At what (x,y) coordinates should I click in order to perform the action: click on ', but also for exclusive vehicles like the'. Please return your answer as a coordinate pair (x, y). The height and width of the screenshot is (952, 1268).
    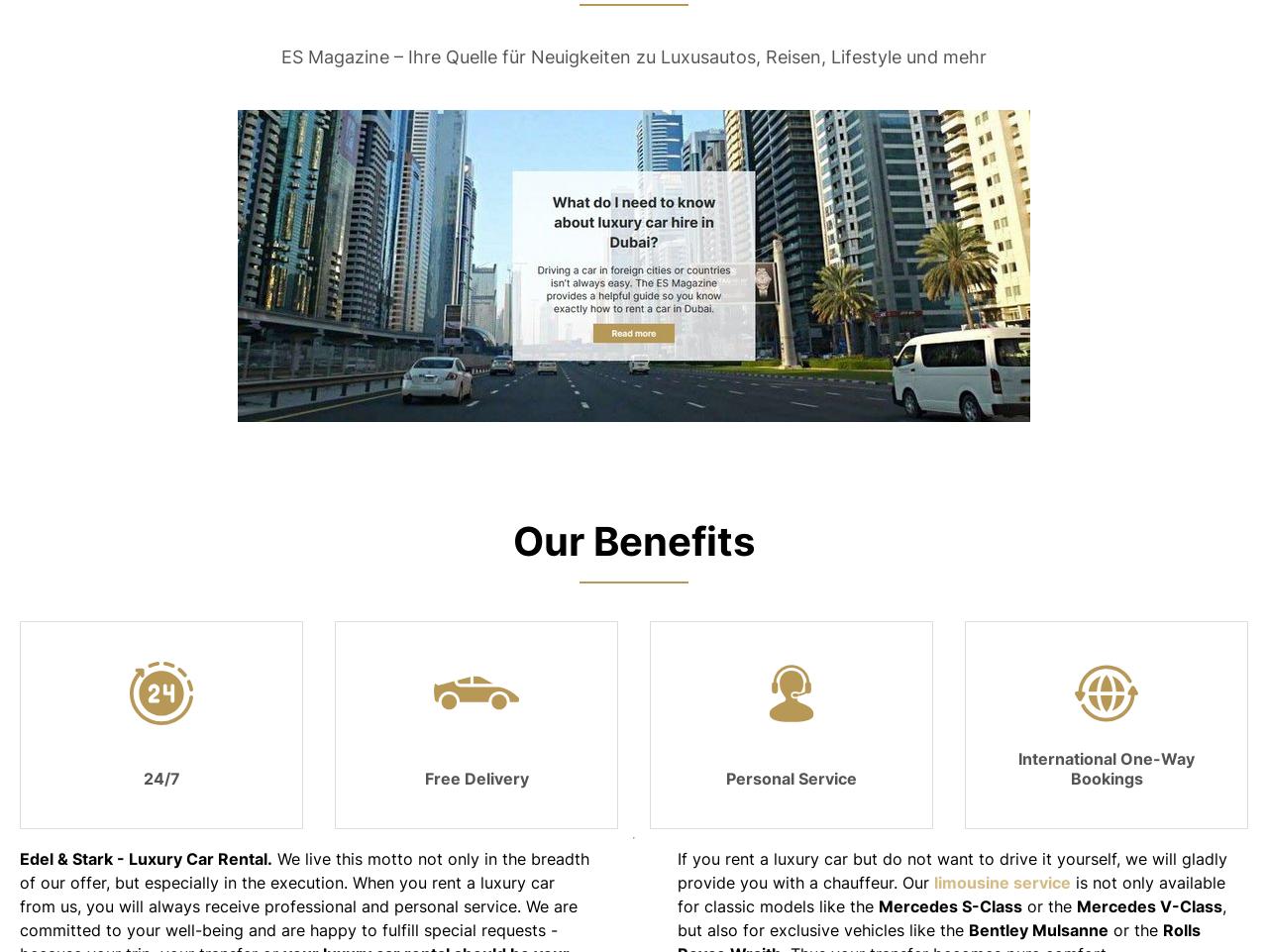
    Looking at the image, I should click on (678, 917).